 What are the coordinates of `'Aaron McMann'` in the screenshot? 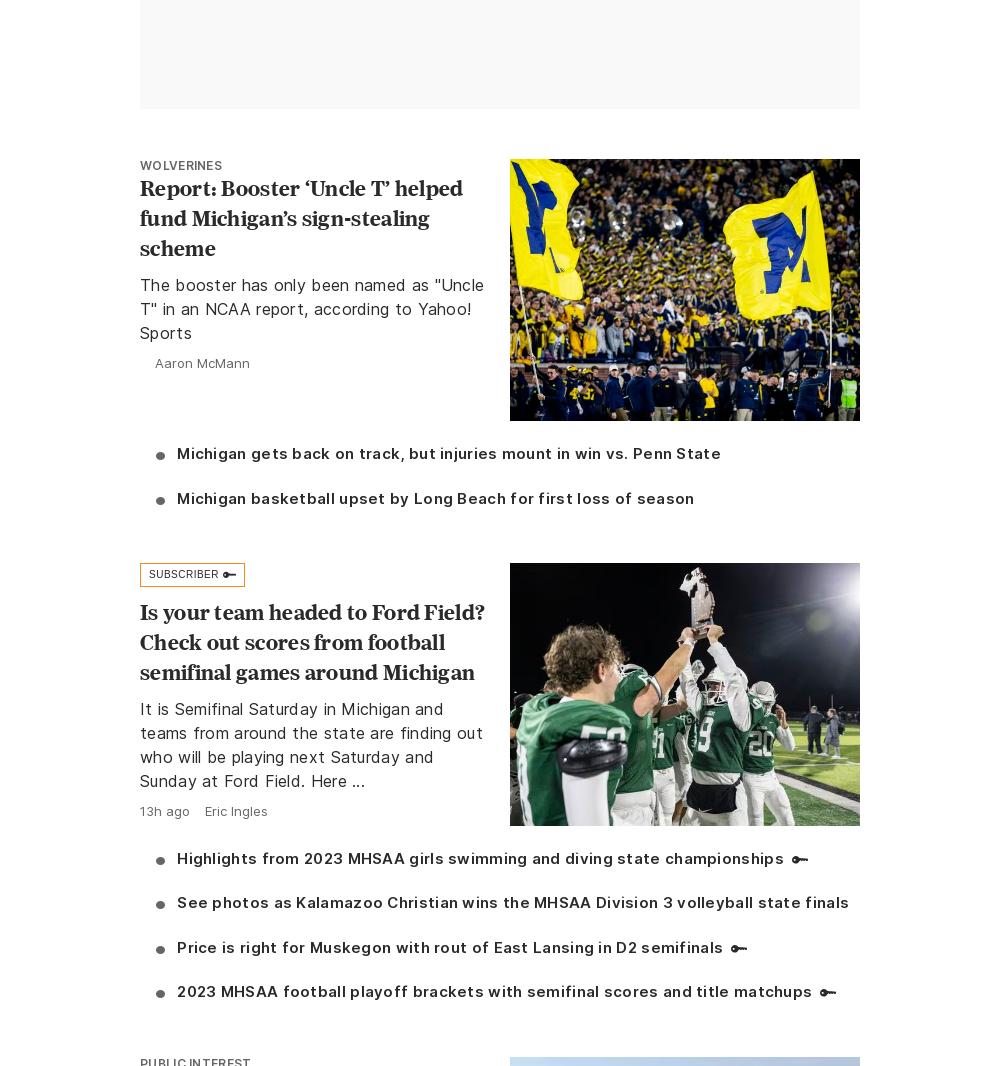 It's located at (155, 362).